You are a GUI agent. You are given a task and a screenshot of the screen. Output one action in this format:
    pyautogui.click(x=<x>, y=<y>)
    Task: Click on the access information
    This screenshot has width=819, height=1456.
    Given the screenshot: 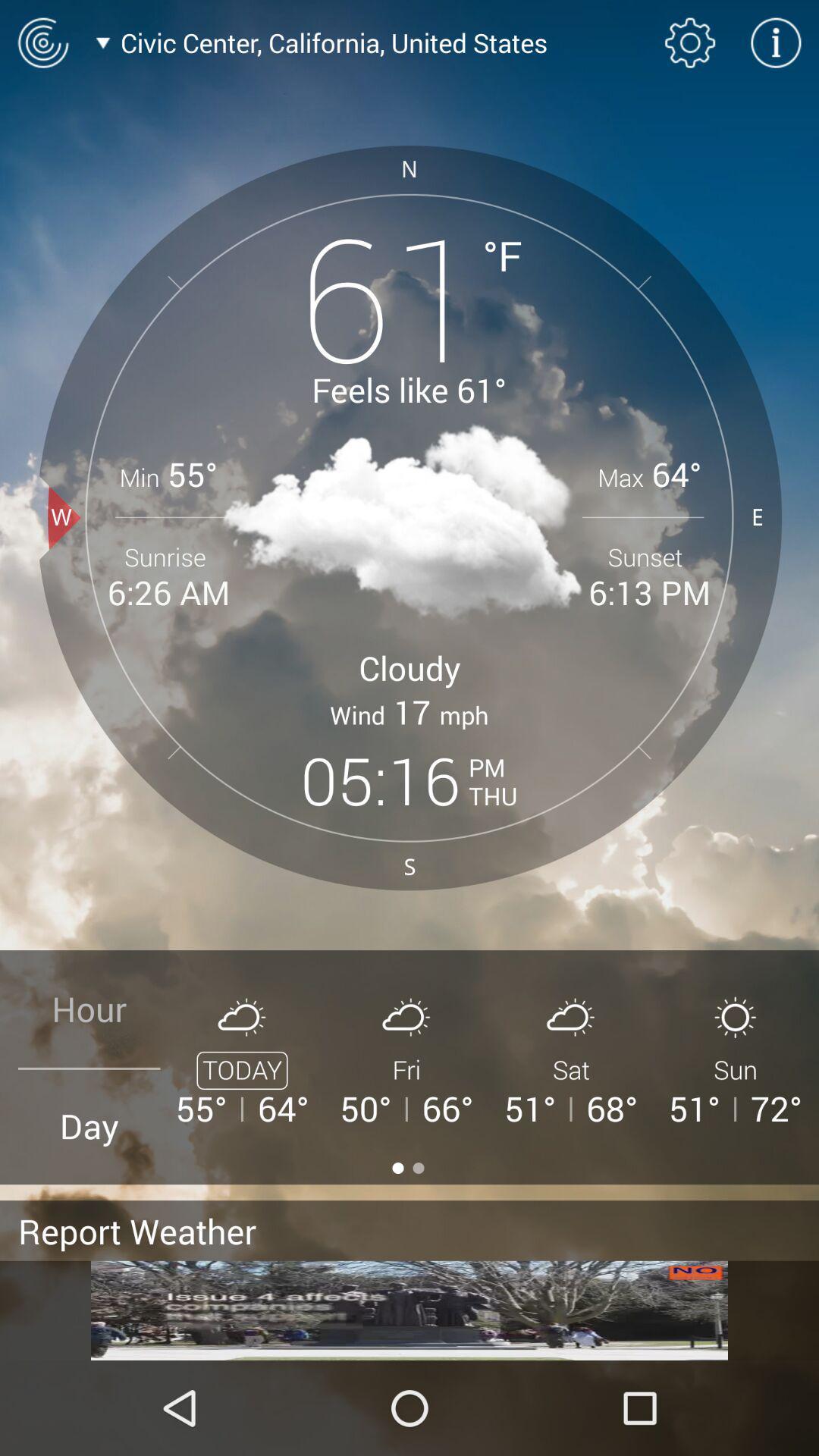 What is the action you would take?
    pyautogui.click(x=776, y=42)
    